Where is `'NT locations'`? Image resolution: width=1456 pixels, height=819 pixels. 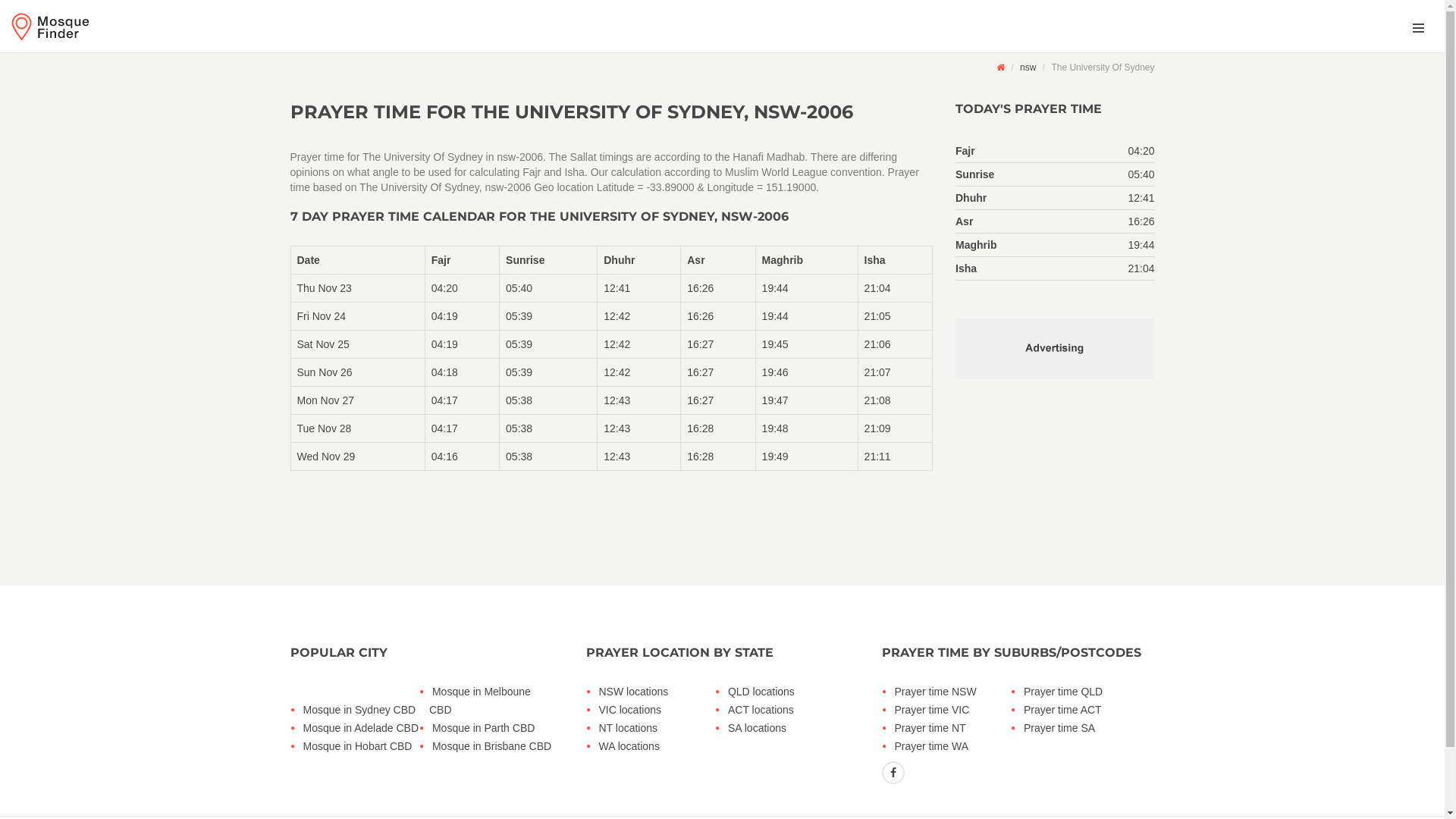 'NT locations' is located at coordinates (659, 727).